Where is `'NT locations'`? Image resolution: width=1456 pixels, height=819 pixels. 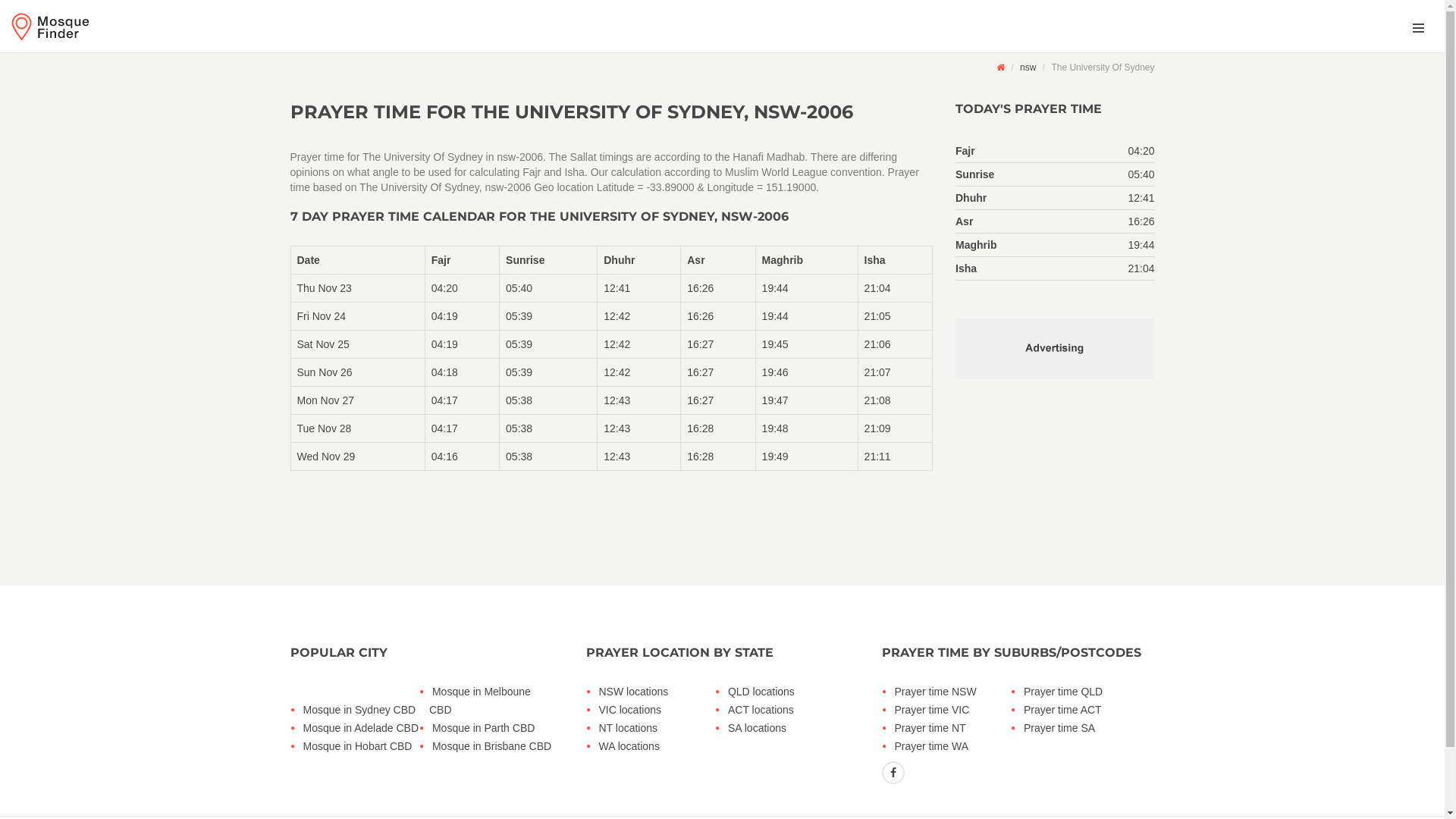 'NT locations' is located at coordinates (659, 727).